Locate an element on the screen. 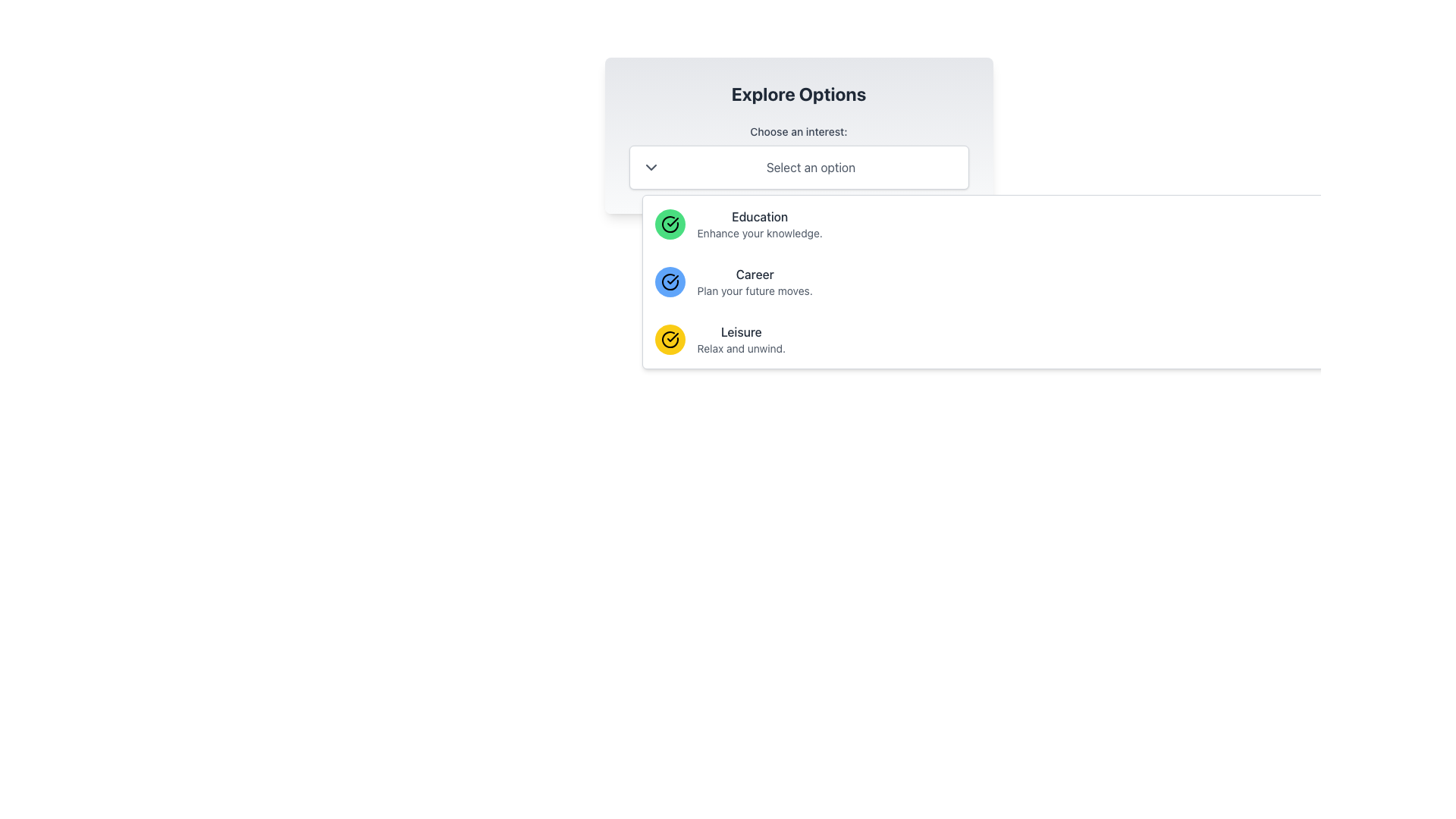  the text label 'Relax and unwind.' which is displayed in gray color and located under the 'Leisure' heading is located at coordinates (741, 348).